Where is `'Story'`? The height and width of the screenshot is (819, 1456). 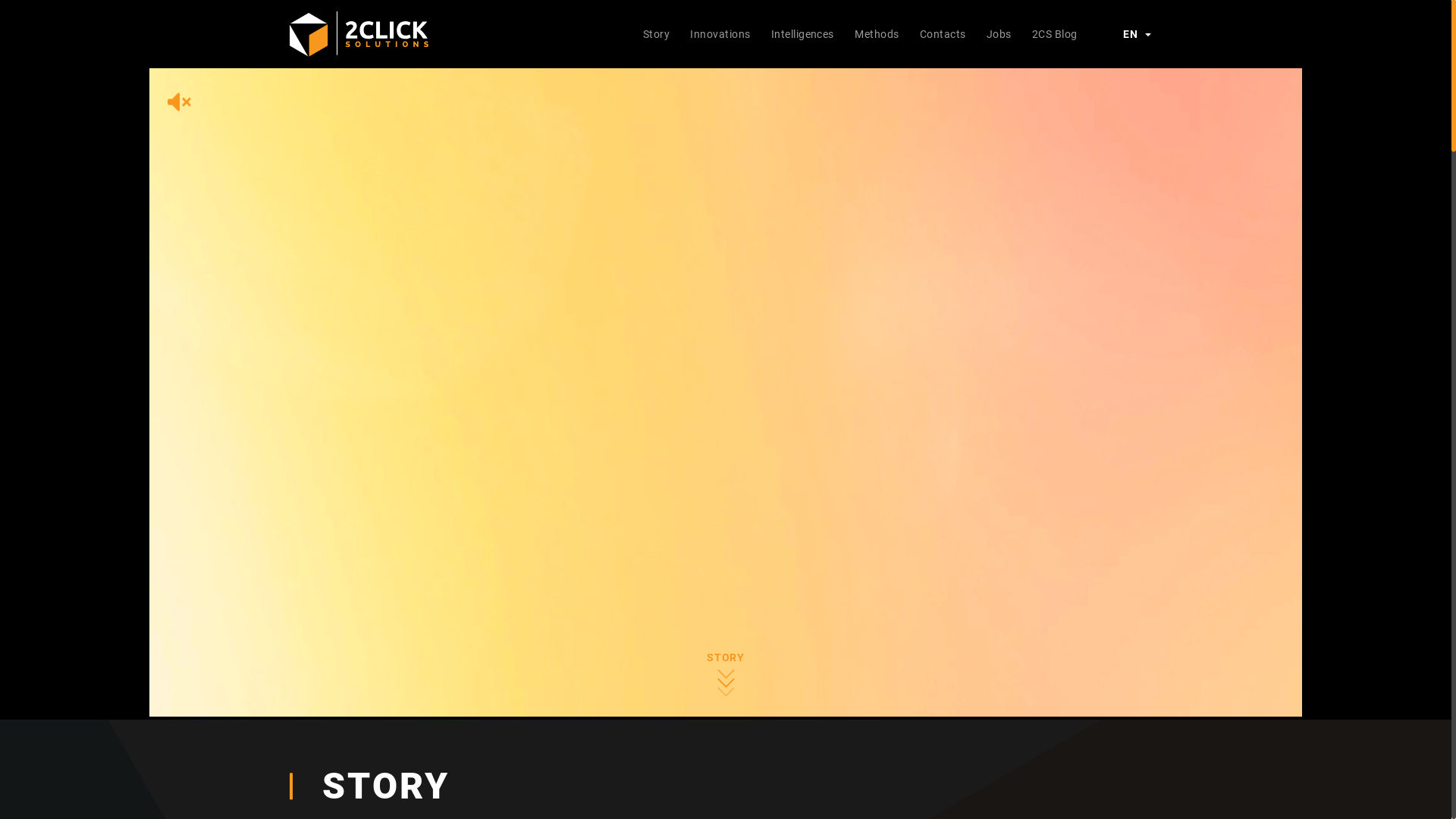 'Story' is located at coordinates (656, 33).